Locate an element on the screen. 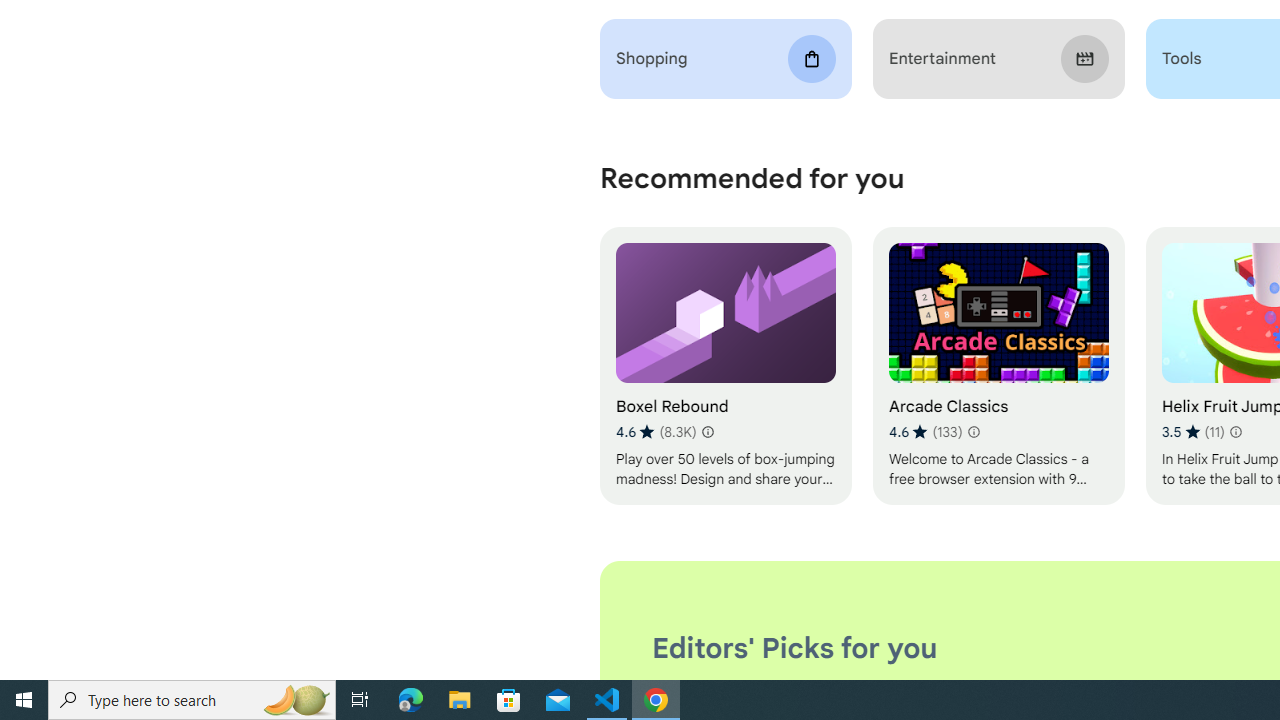  'Entertainment' is located at coordinates (998, 58).